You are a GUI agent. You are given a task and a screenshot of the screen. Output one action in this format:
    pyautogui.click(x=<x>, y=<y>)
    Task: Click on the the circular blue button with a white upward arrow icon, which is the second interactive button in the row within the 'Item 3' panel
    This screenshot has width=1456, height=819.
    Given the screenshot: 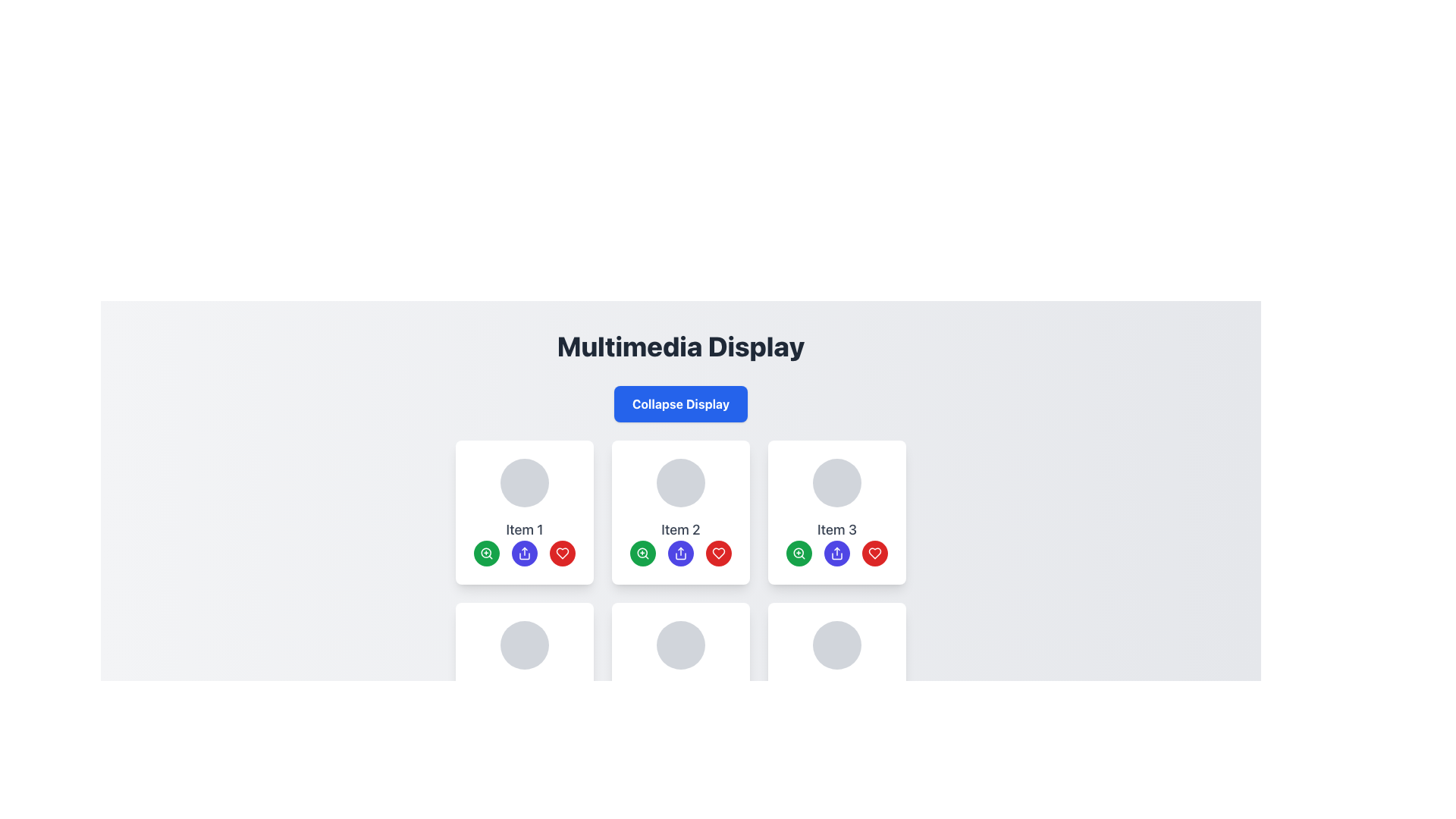 What is the action you would take?
    pyautogui.click(x=836, y=553)
    